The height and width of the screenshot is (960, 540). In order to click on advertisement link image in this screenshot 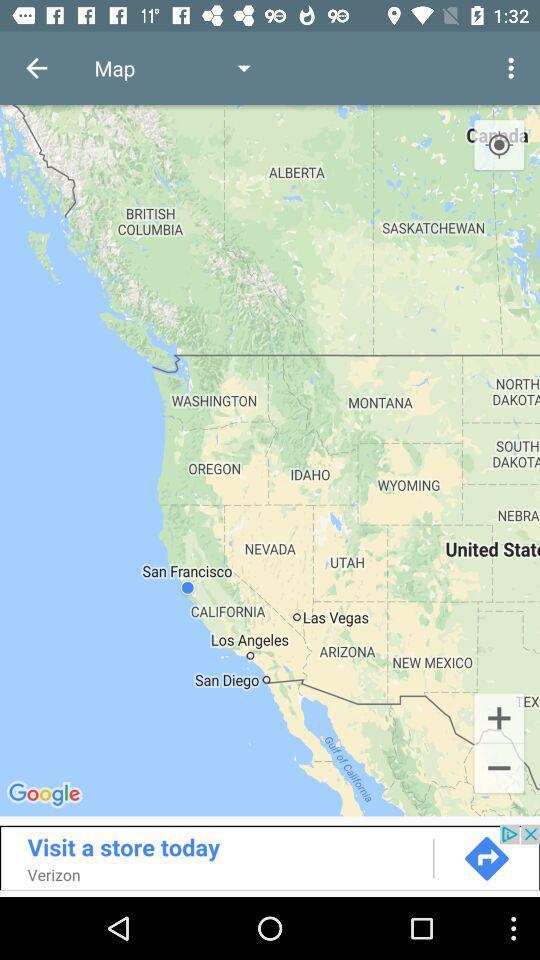, I will do `click(270, 856)`.